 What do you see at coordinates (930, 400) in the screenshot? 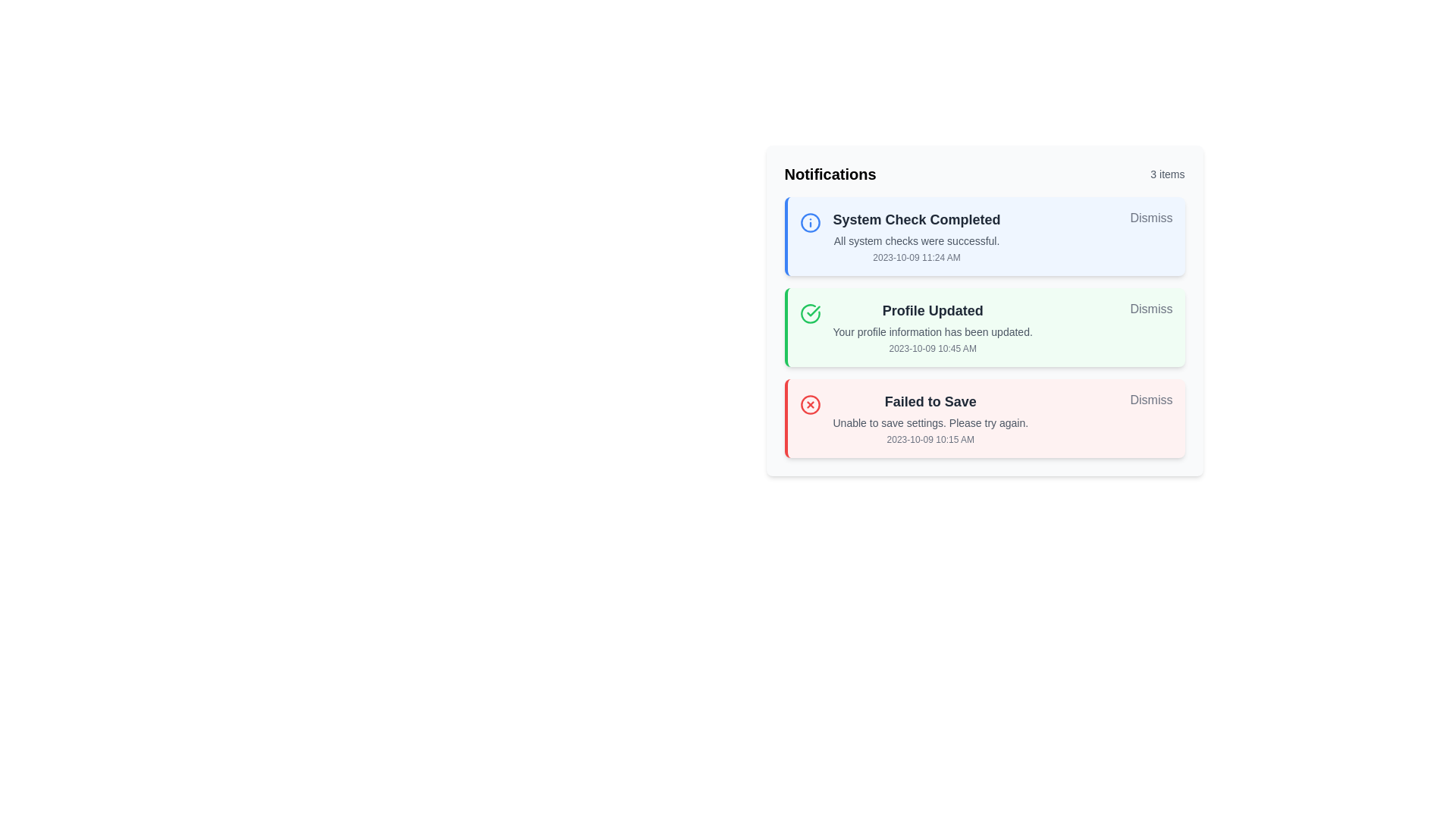
I see `the static text label displaying 'Failed to Save', which is located in the third notification card with a light red background` at bounding box center [930, 400].